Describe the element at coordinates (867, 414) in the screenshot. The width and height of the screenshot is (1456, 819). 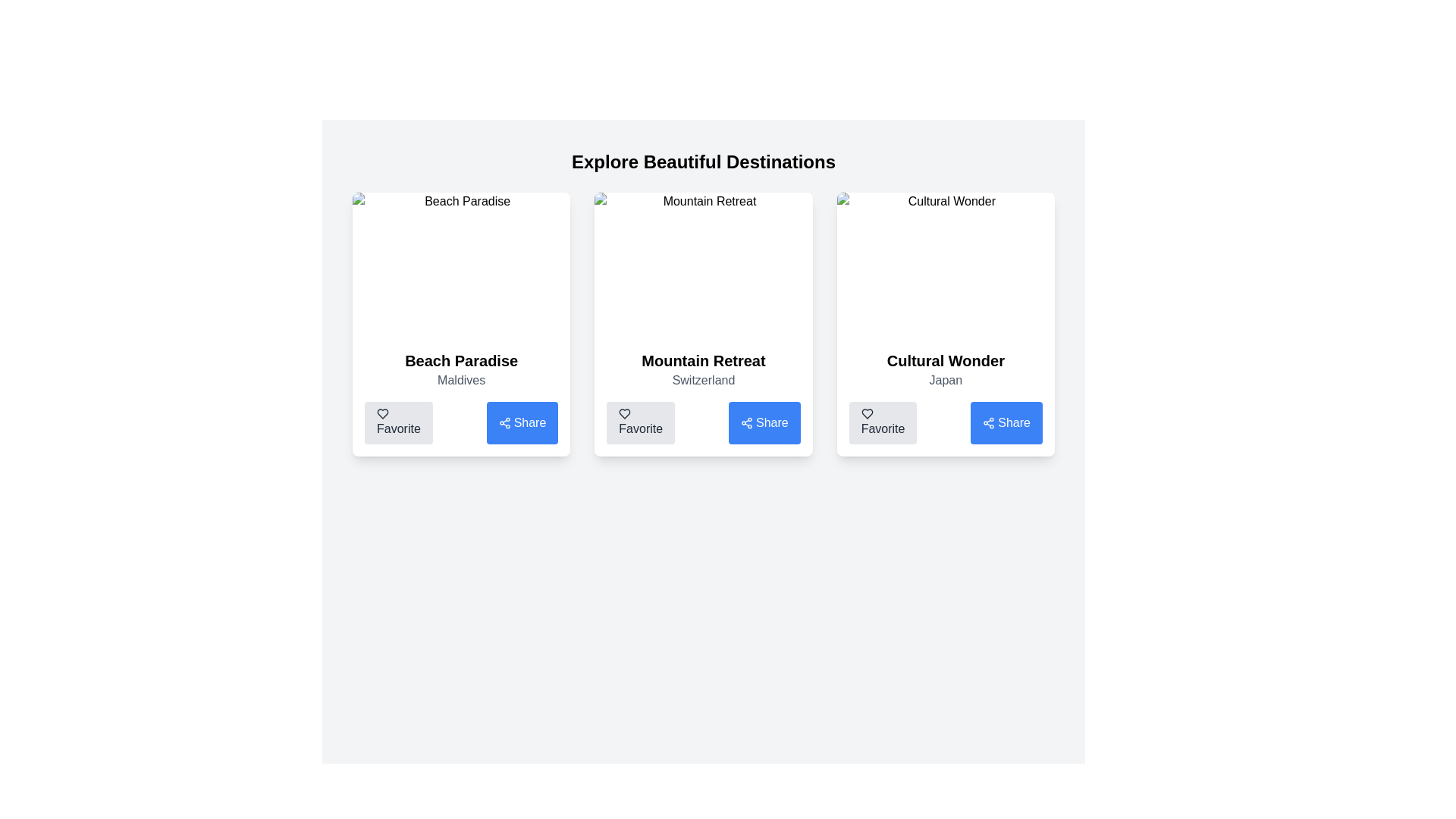
I see `the heart-shaped icon adjacent to the 'Favorite' text` at that location.